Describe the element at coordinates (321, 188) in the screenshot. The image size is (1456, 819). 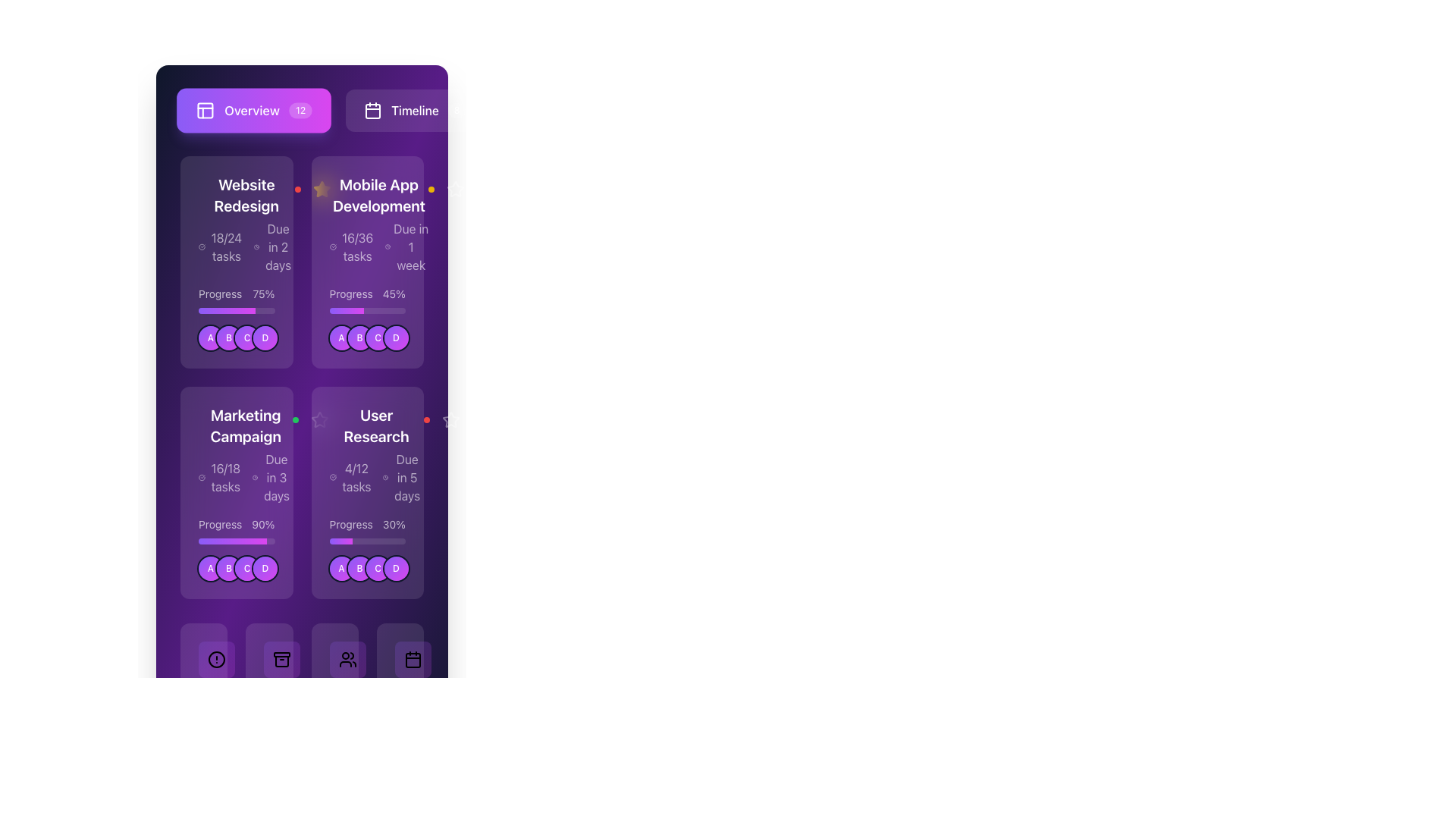
I see `the star-shaped icon with a hollow outline located in the top-right quadrant of the 'Mobile App Development' card` at that location.